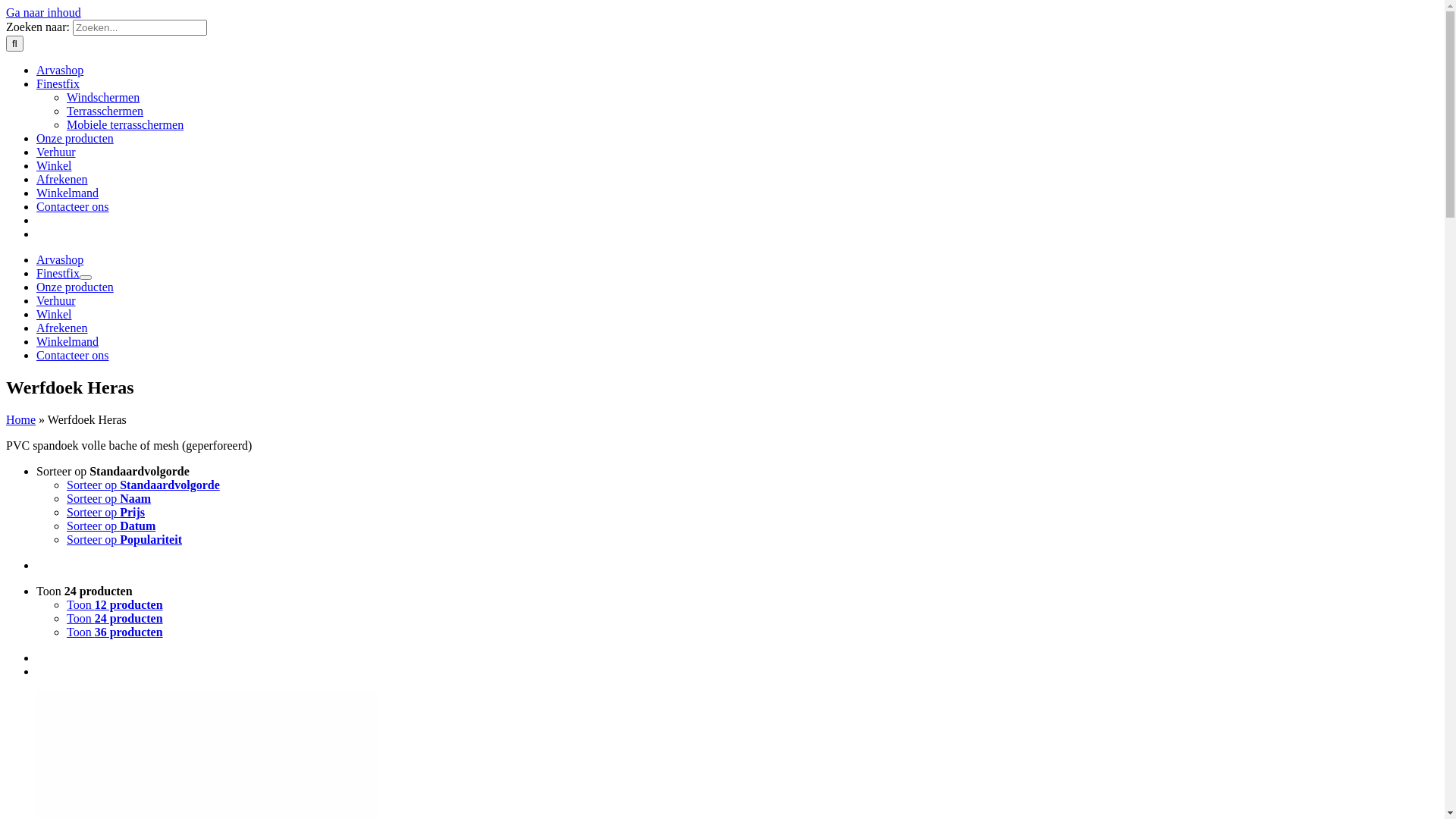 Image resolution: width=1456 pixels, height=819 pixels. Describe the element at coordinates (114, 618) in the screenshot. I see `'Toon 24 producten'` at that location.